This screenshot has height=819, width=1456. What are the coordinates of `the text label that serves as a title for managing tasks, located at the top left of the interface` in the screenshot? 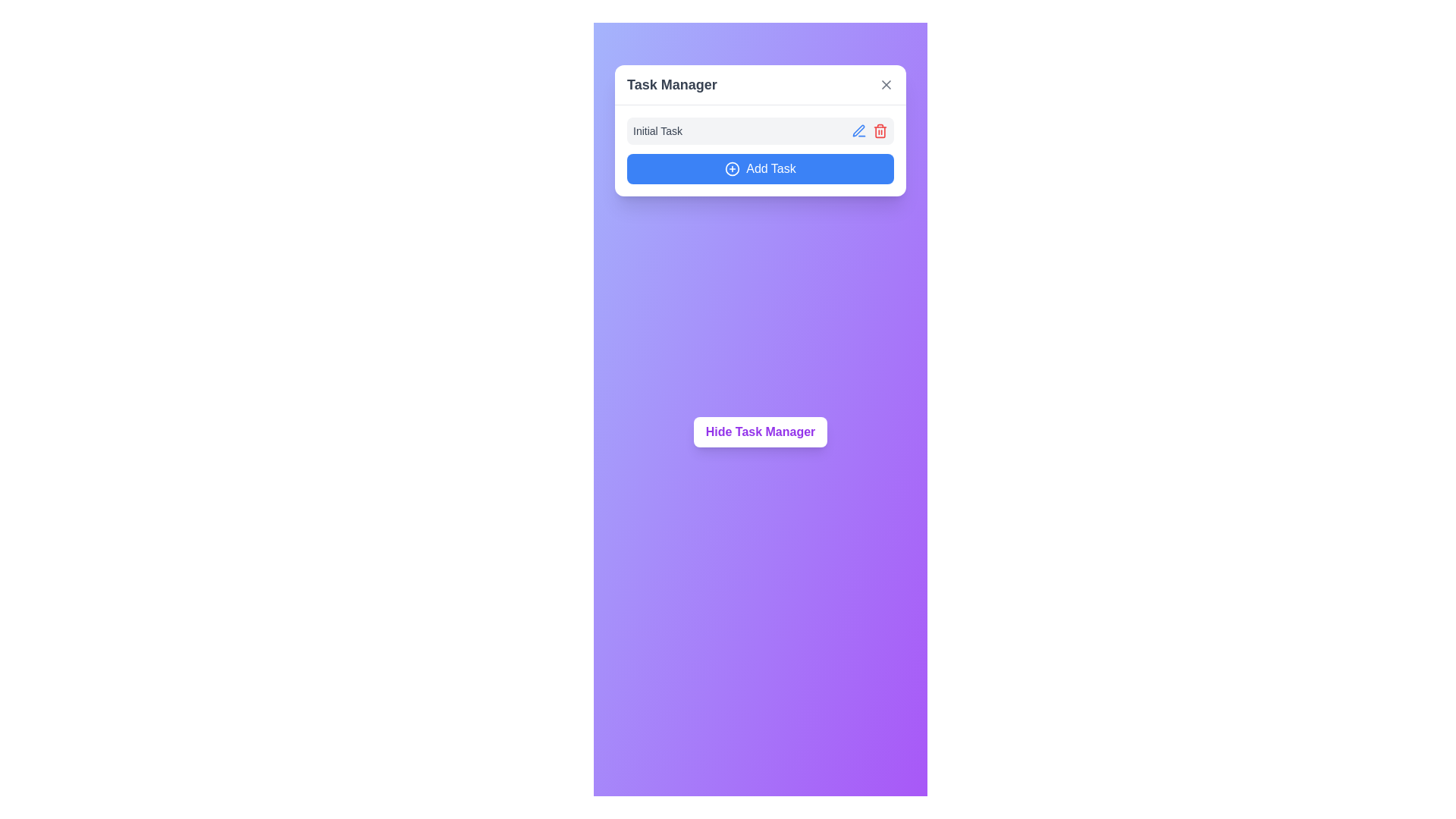 It's located at (671, 84).